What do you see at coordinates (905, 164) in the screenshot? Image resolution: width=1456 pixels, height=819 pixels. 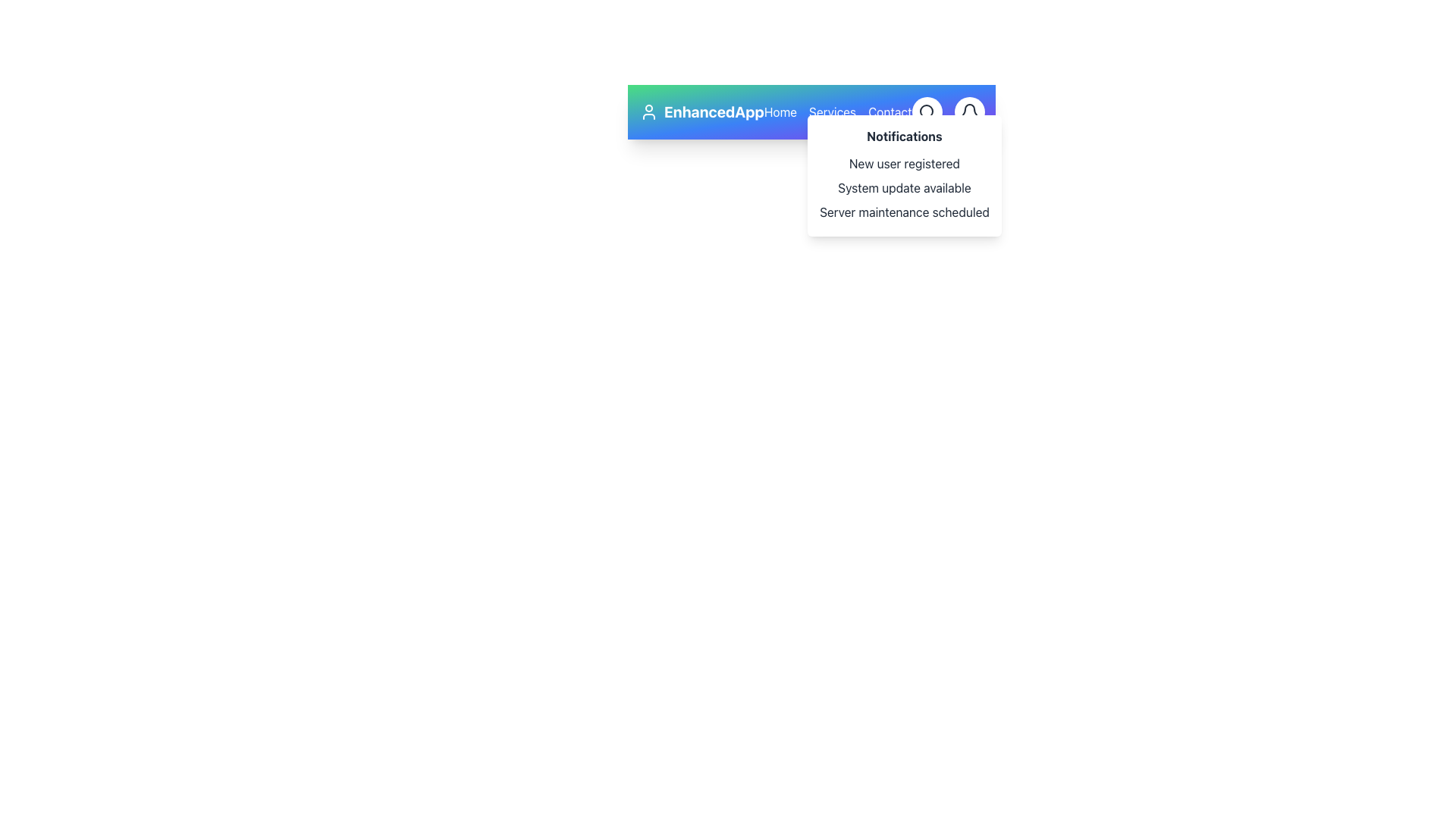 I see `the text label that informs the user of the registration of a new user, located in the dropdown element to the right side of the navigation bar` at bounding box center [905, 164].